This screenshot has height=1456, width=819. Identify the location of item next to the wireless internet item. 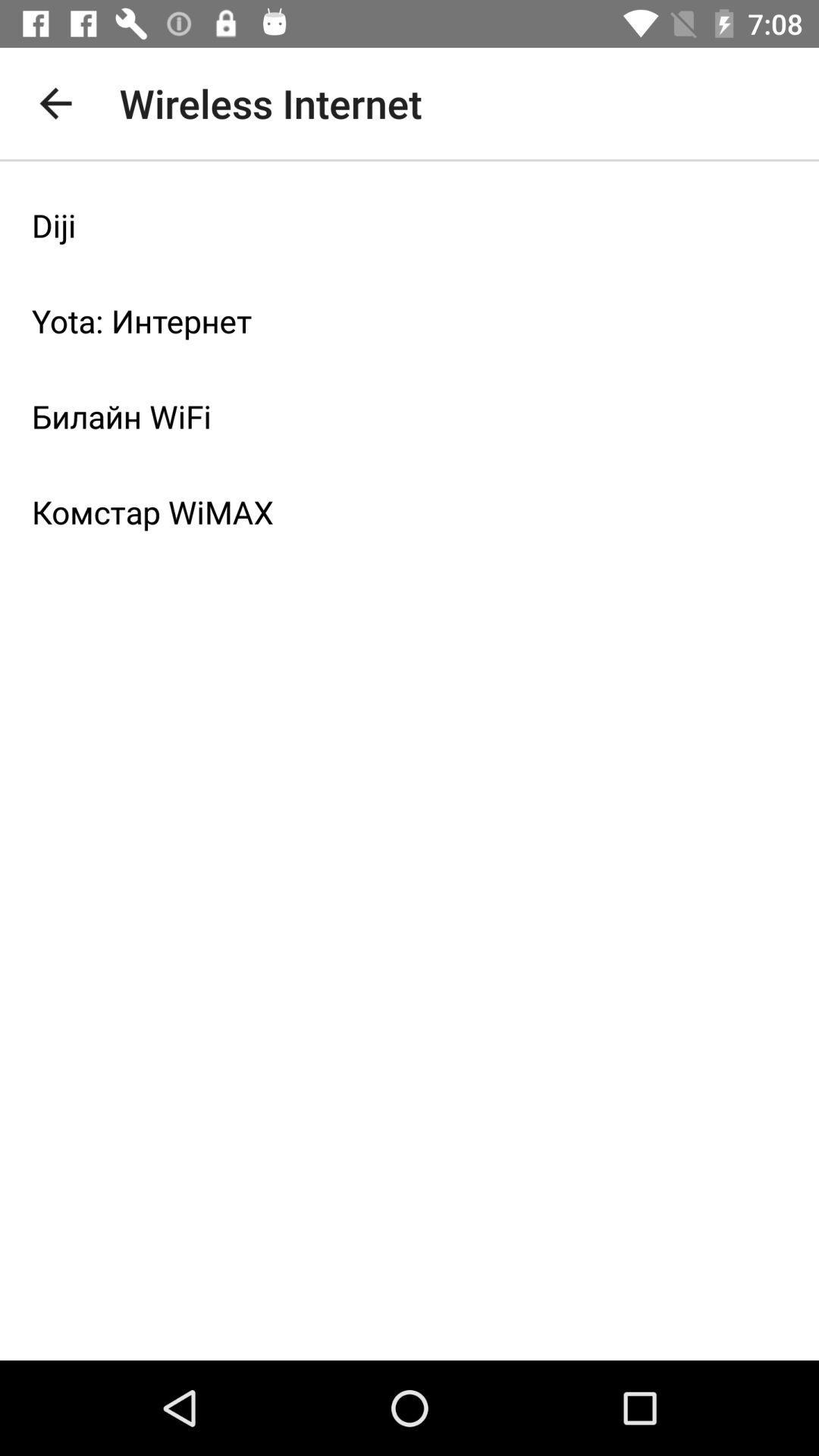
(55, 102).